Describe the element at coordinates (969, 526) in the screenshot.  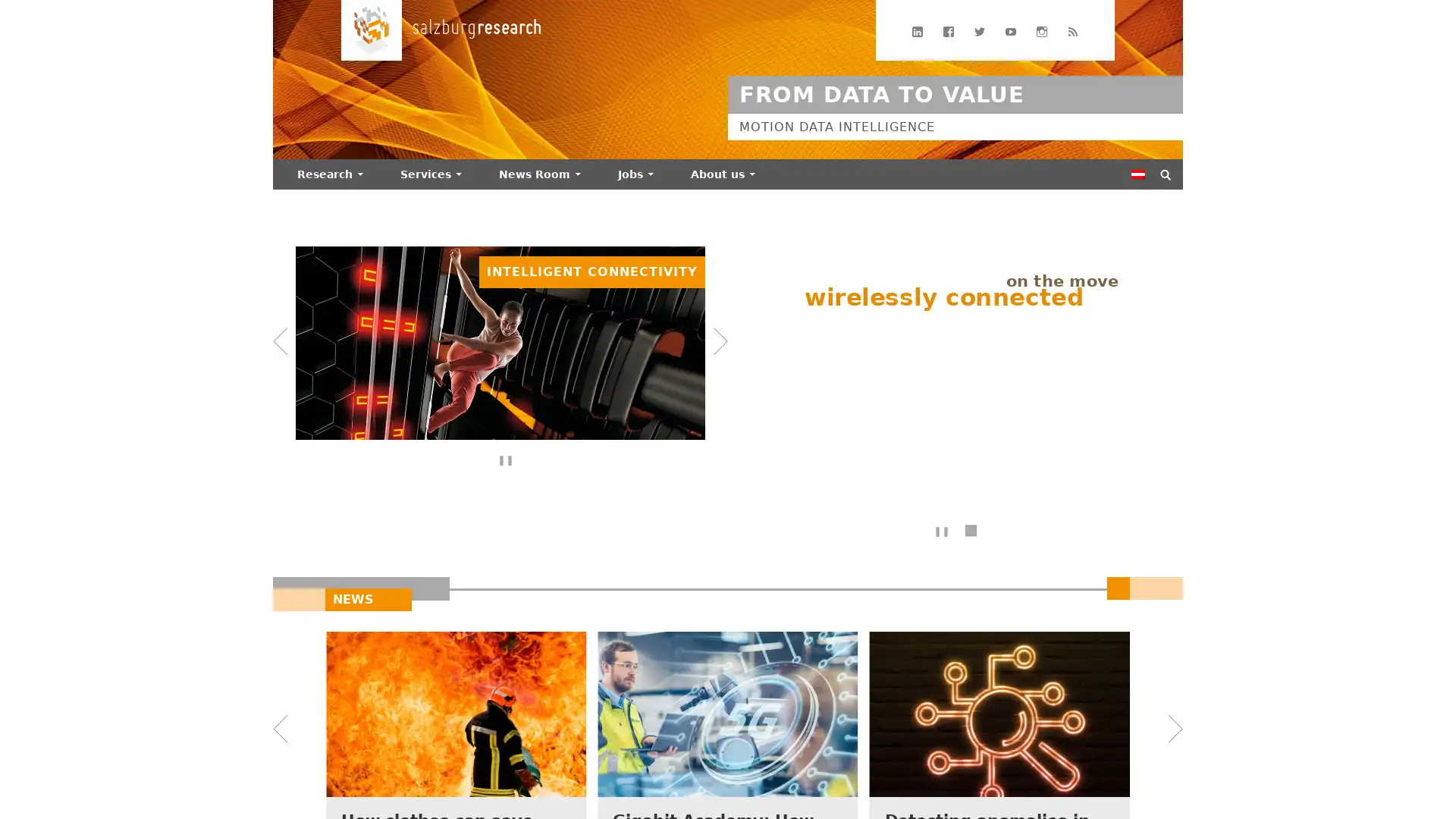
I see `Texte ohne Animation anzeigen` at that location.